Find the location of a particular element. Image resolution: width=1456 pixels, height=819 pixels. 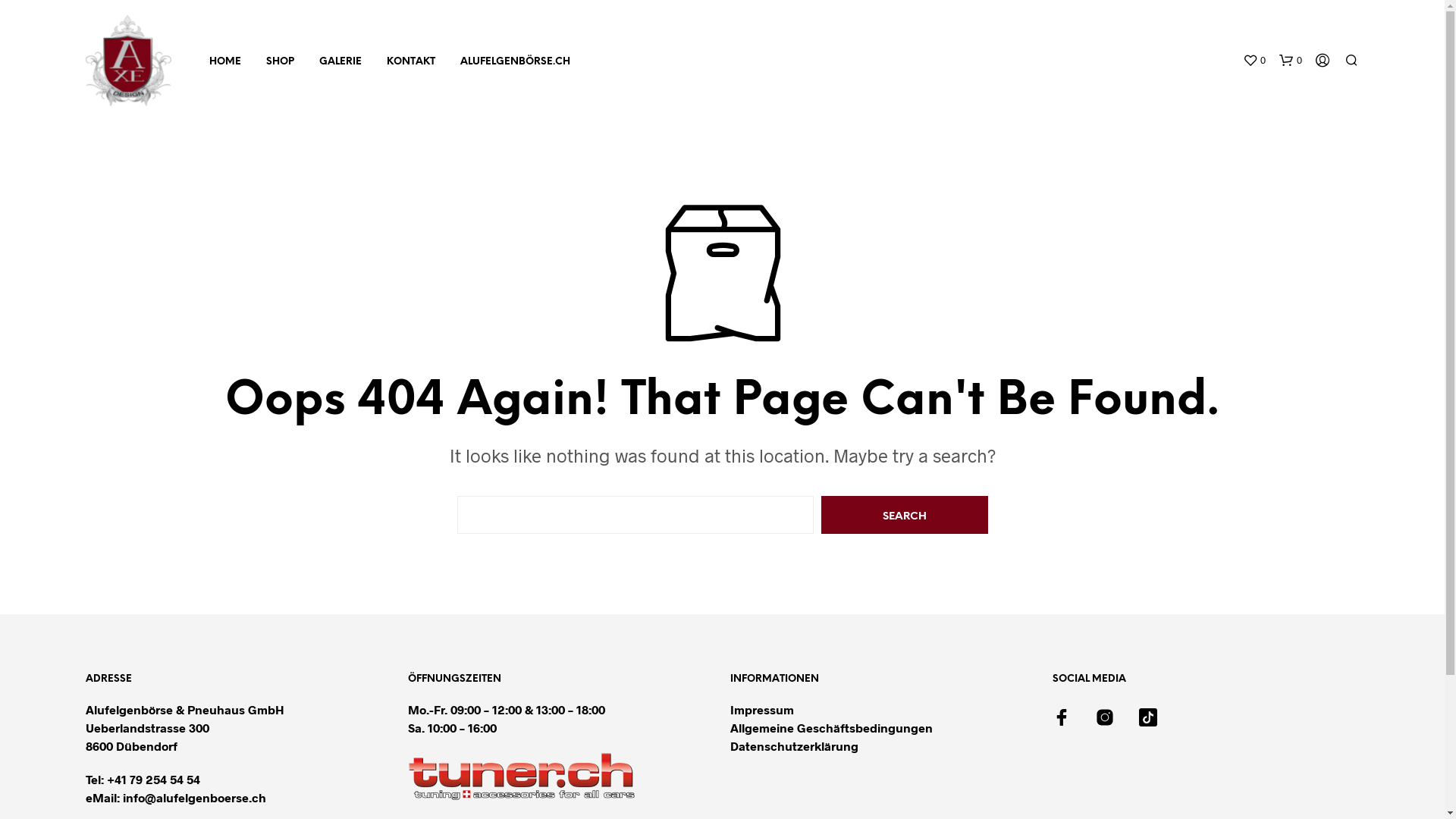

'Impressum' is located at coordinates (761, 709).